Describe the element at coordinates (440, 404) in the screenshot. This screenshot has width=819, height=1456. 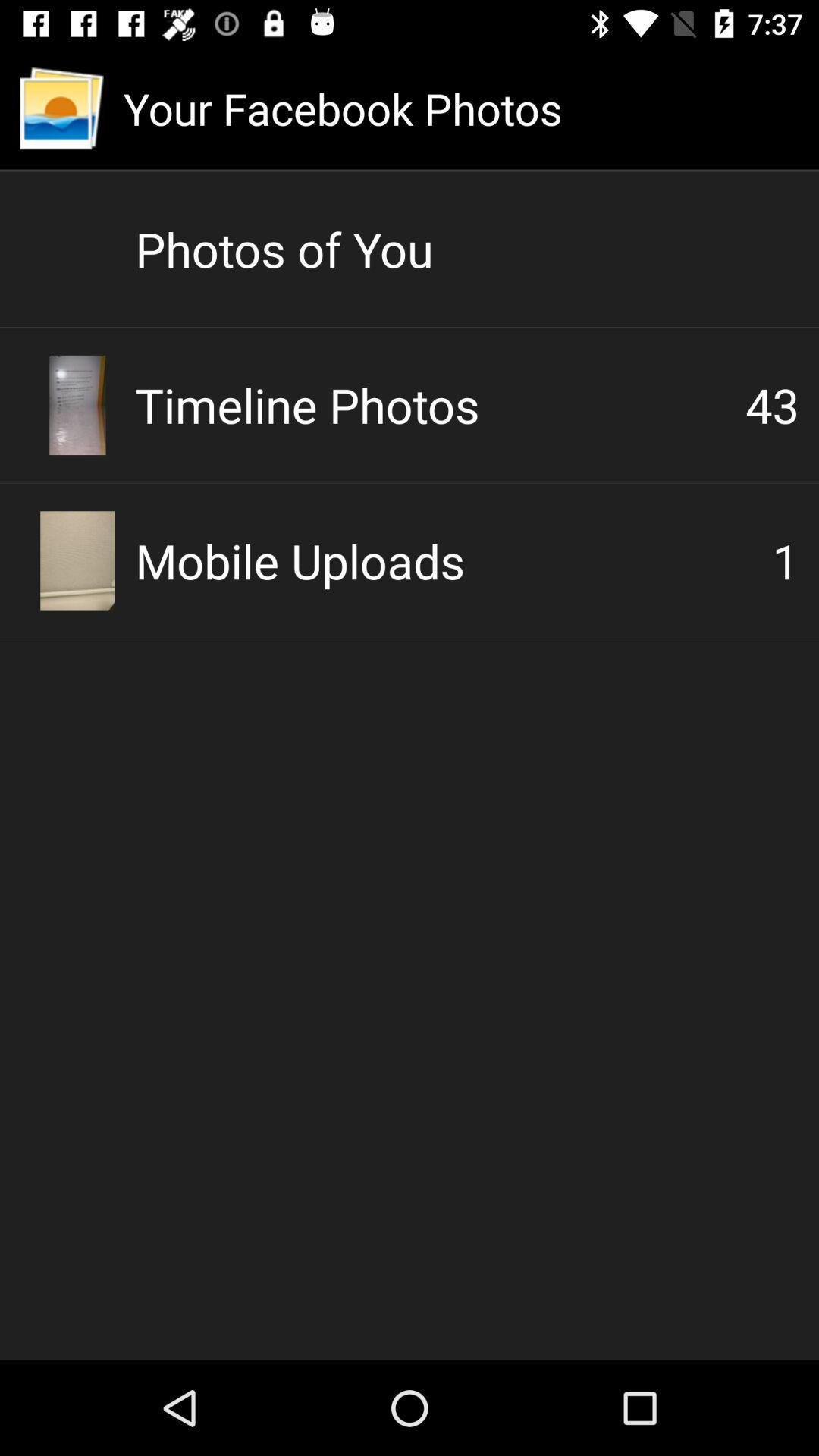
I see `timeline photos icon` at that location.